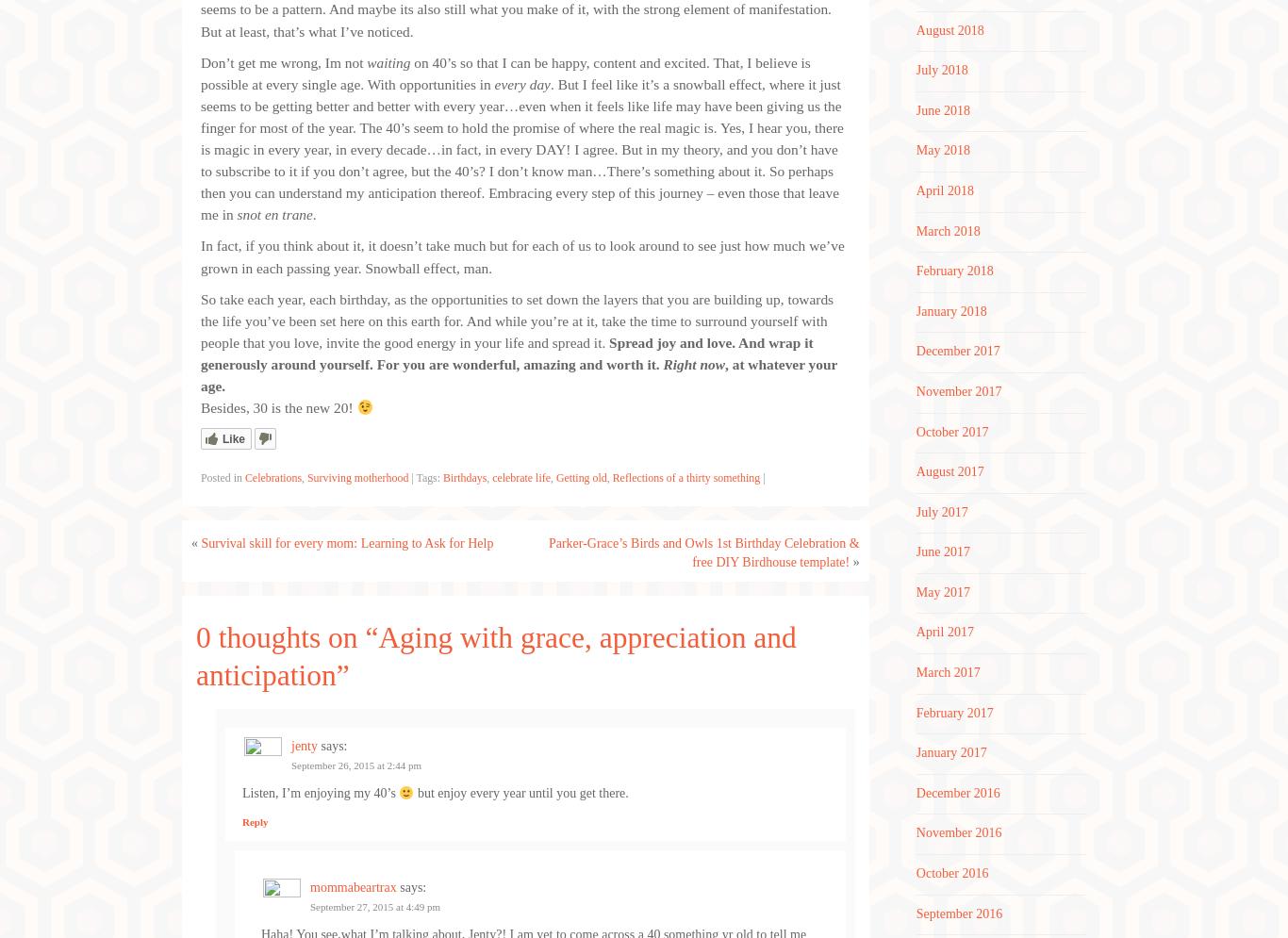 Image resolution: width=1288 pixels, height=938 pixels. I want to click on 'October 2017', so click(951, 430).